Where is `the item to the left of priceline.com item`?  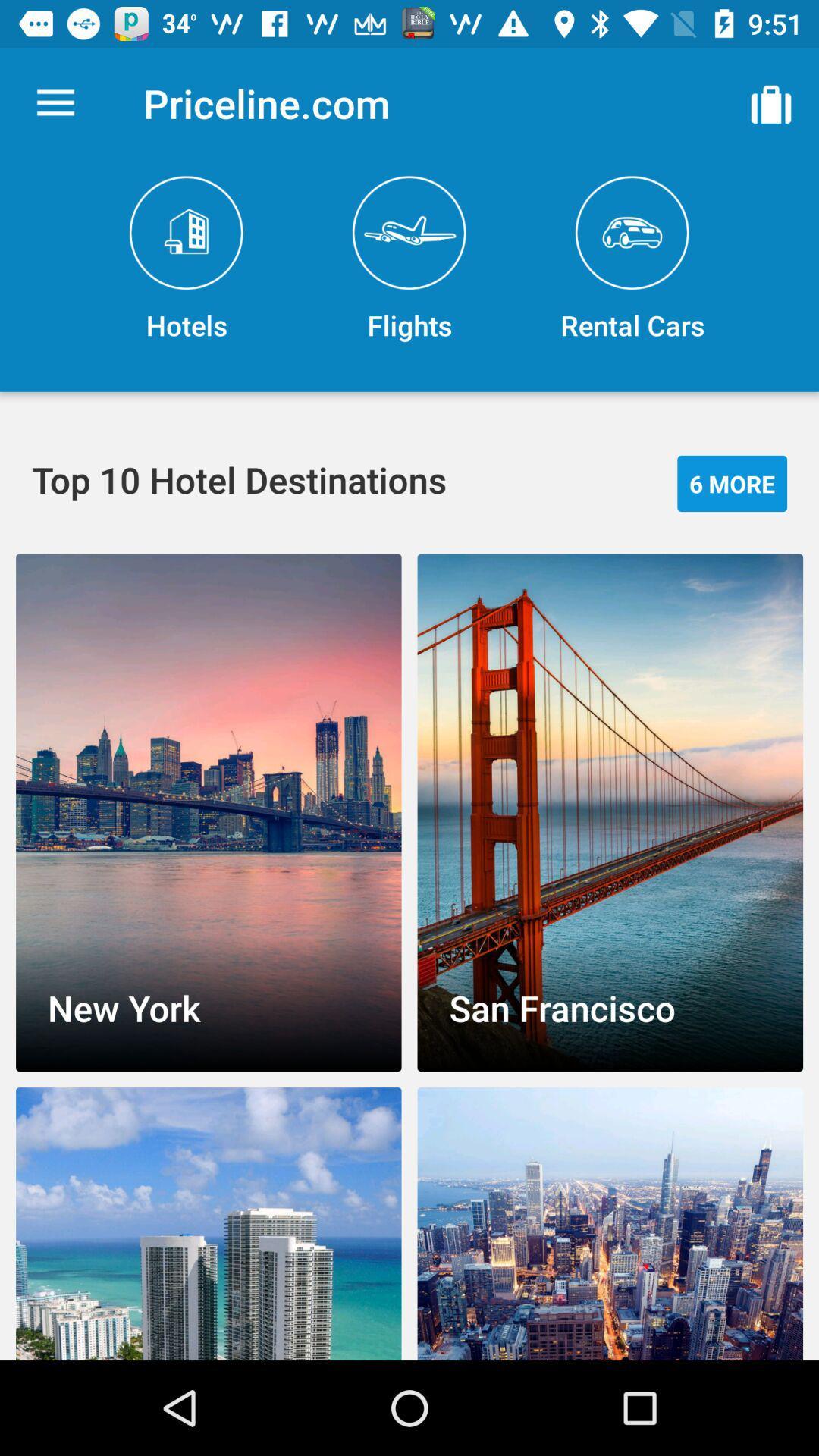
the item to the left of priceline.com item is located at coordinates (55, 102).